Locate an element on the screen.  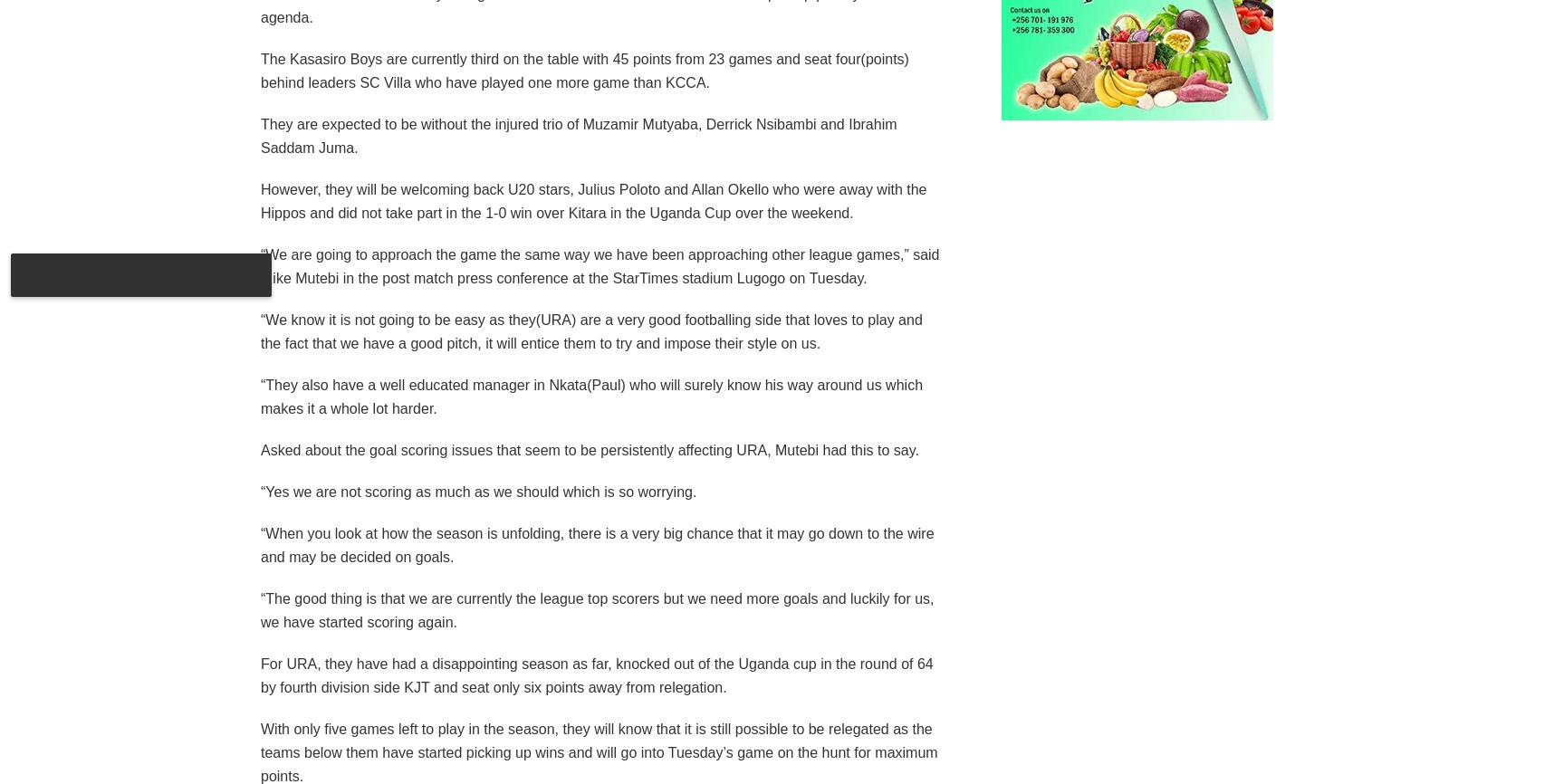
'They are expected to be without the injured trio of Muzamir Mutyaba, Derrick Nsibambi and Ibrahim Saddam Juma.' is located at coordinates (579, 135).